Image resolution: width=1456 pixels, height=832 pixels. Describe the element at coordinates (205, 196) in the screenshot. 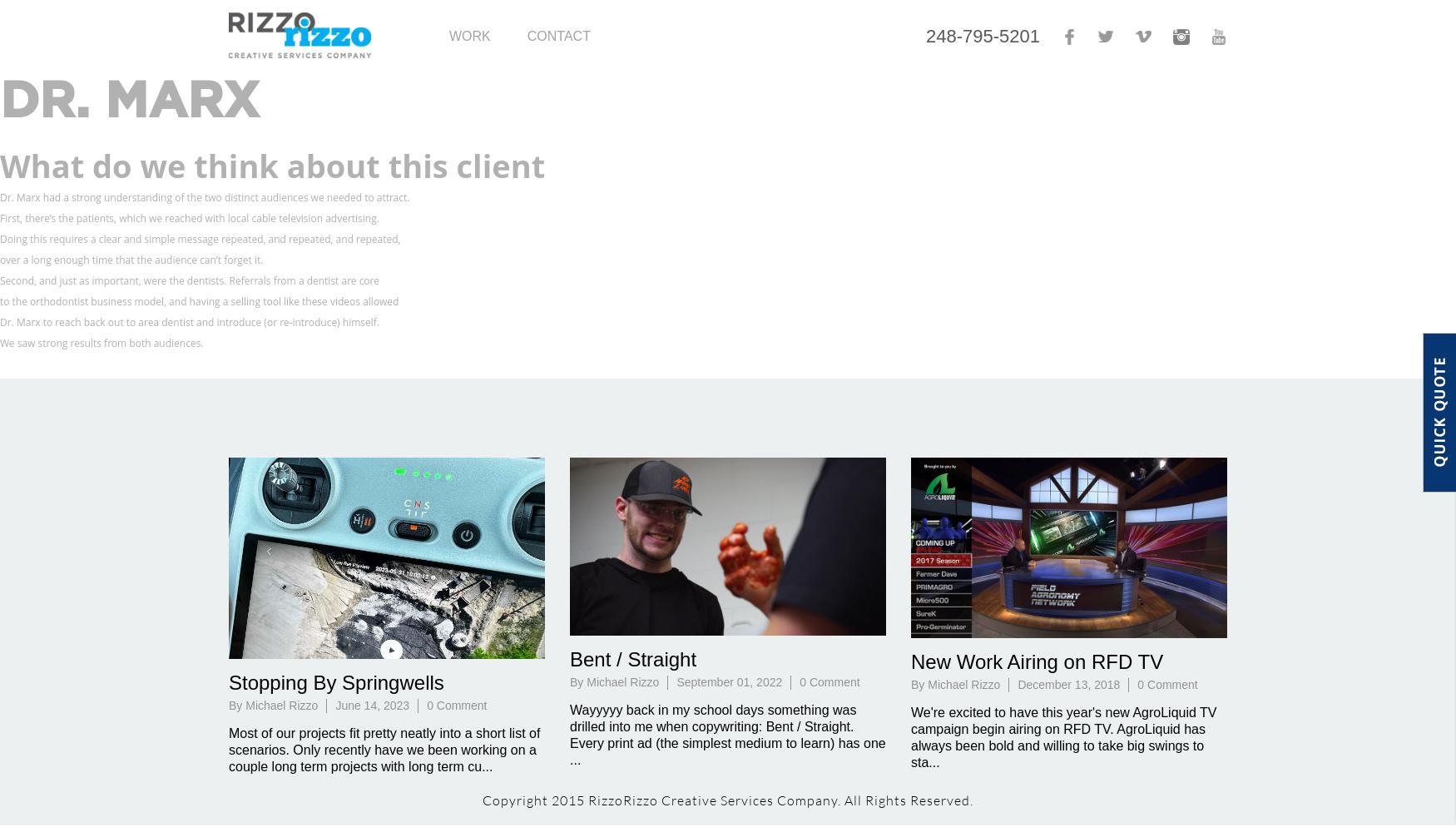

I see `'Dr. Marx had a strong understanding of the two distinct audiences we needed to attract.'` at that location.